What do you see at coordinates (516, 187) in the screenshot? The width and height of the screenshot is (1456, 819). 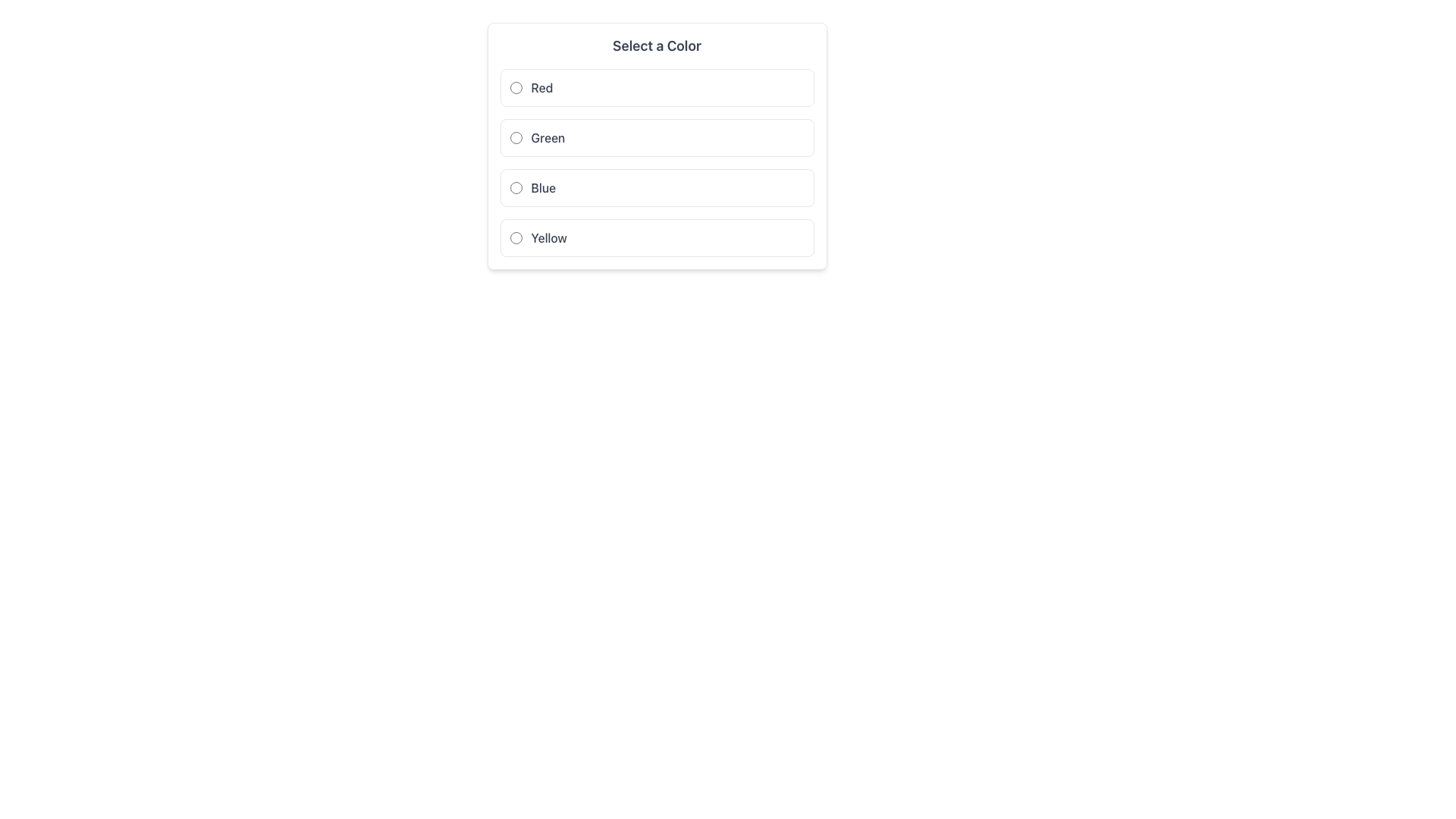 I see `the radio button labeled 'Blue'` at bounding box center [516, 187].